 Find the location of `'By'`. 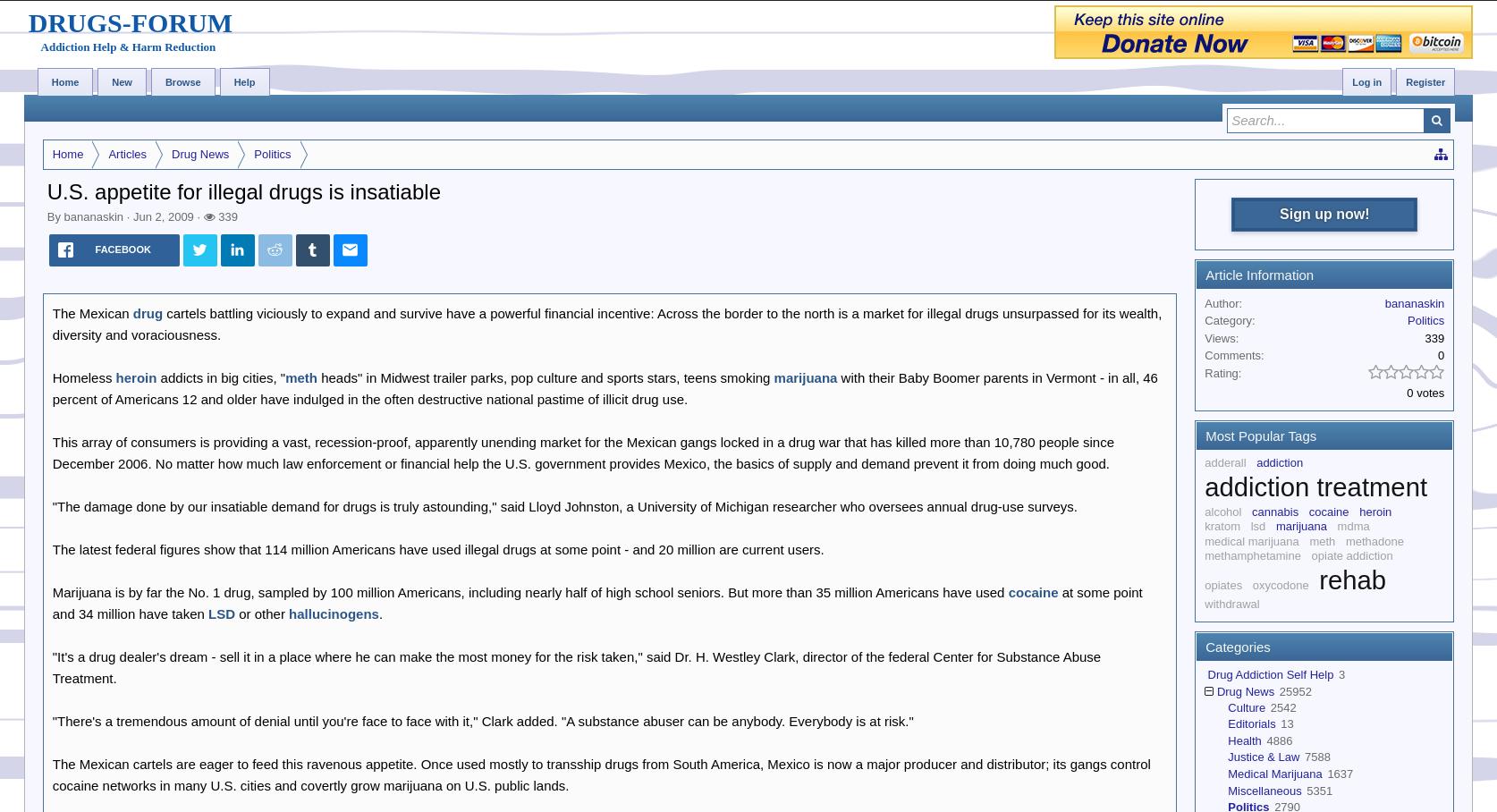

'By' is located at coordinates (55, 216).